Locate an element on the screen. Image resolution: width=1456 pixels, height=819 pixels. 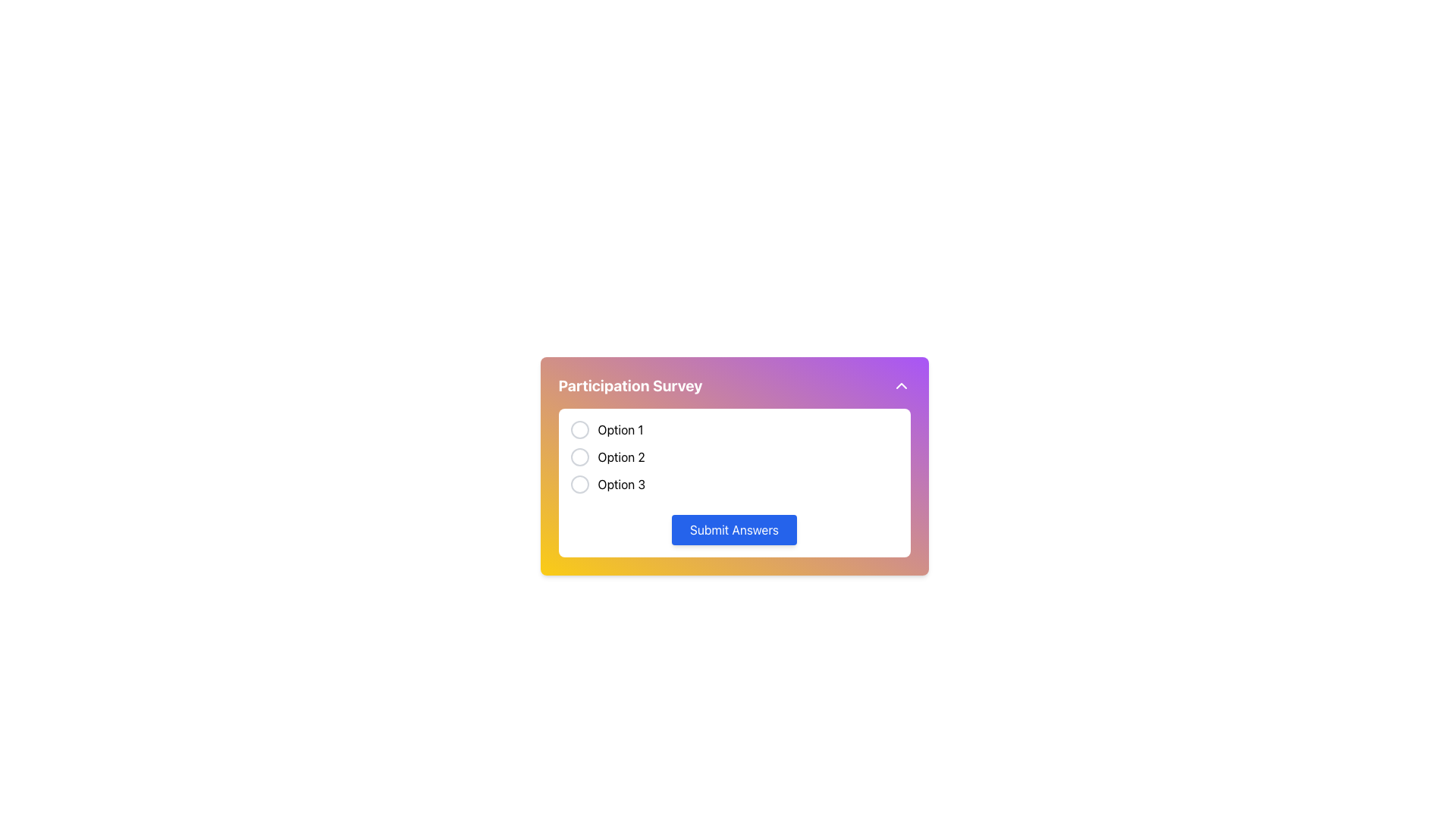
the text label that identifies the second radio button in the vertical list of options, to associate it with its corresponding radio button is located at coordinates (621, 456).